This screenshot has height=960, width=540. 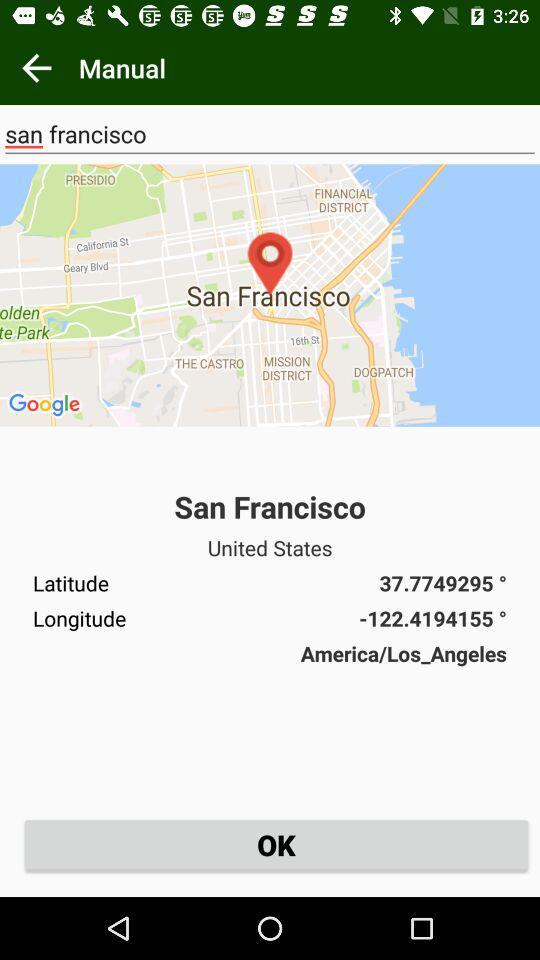 What do you see at coordinates (275, 843) in the screenshot?
I see `item below the america/los_angeles item` at bounding box center [275, 843].